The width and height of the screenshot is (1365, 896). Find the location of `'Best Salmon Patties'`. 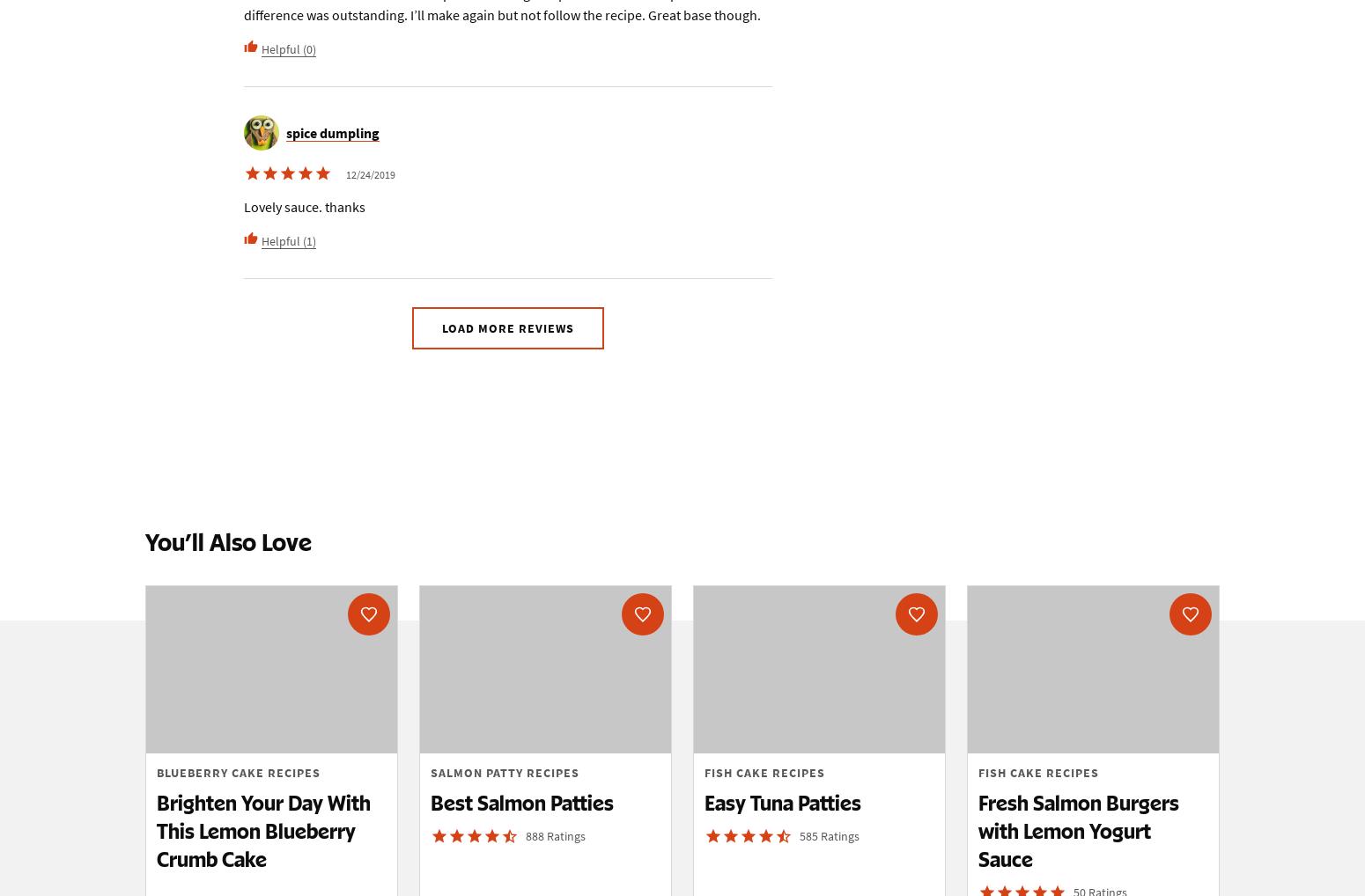

'Best Salmon Patties' is located at coordinates (522, 803).